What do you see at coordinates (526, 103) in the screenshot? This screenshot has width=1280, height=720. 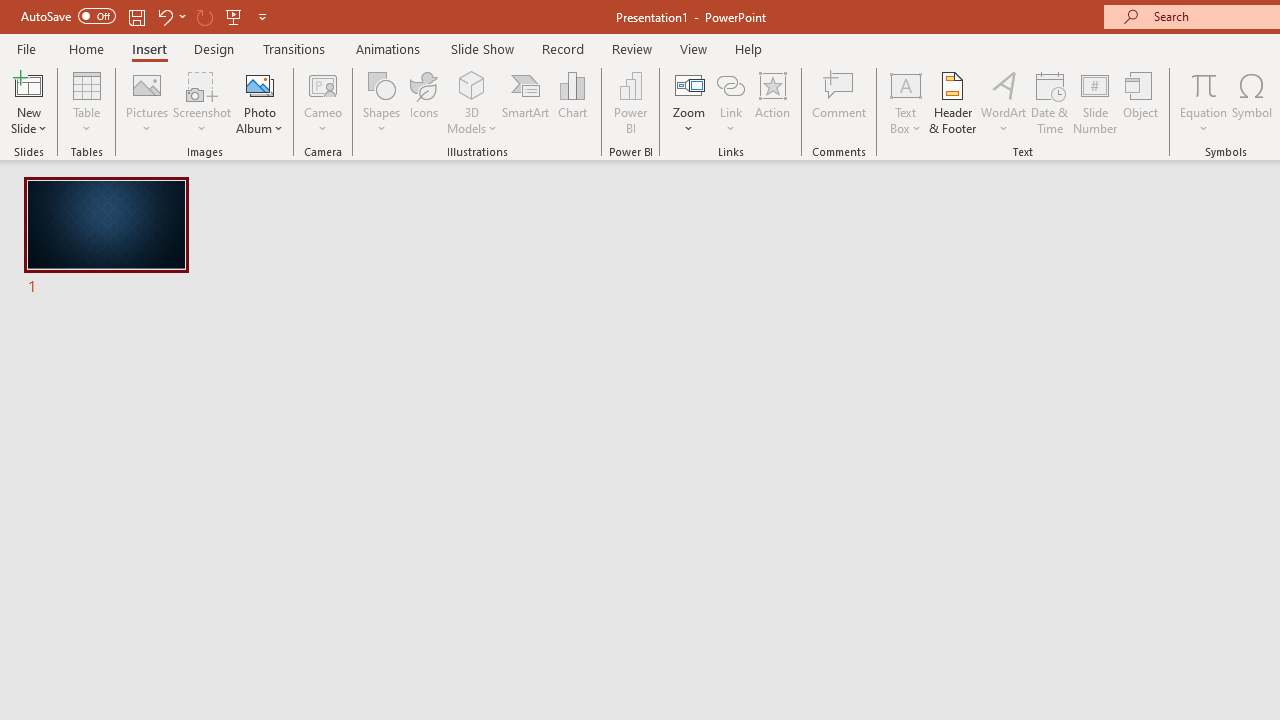 I see `'SmartArt...'` at bounding box center [526, 103].